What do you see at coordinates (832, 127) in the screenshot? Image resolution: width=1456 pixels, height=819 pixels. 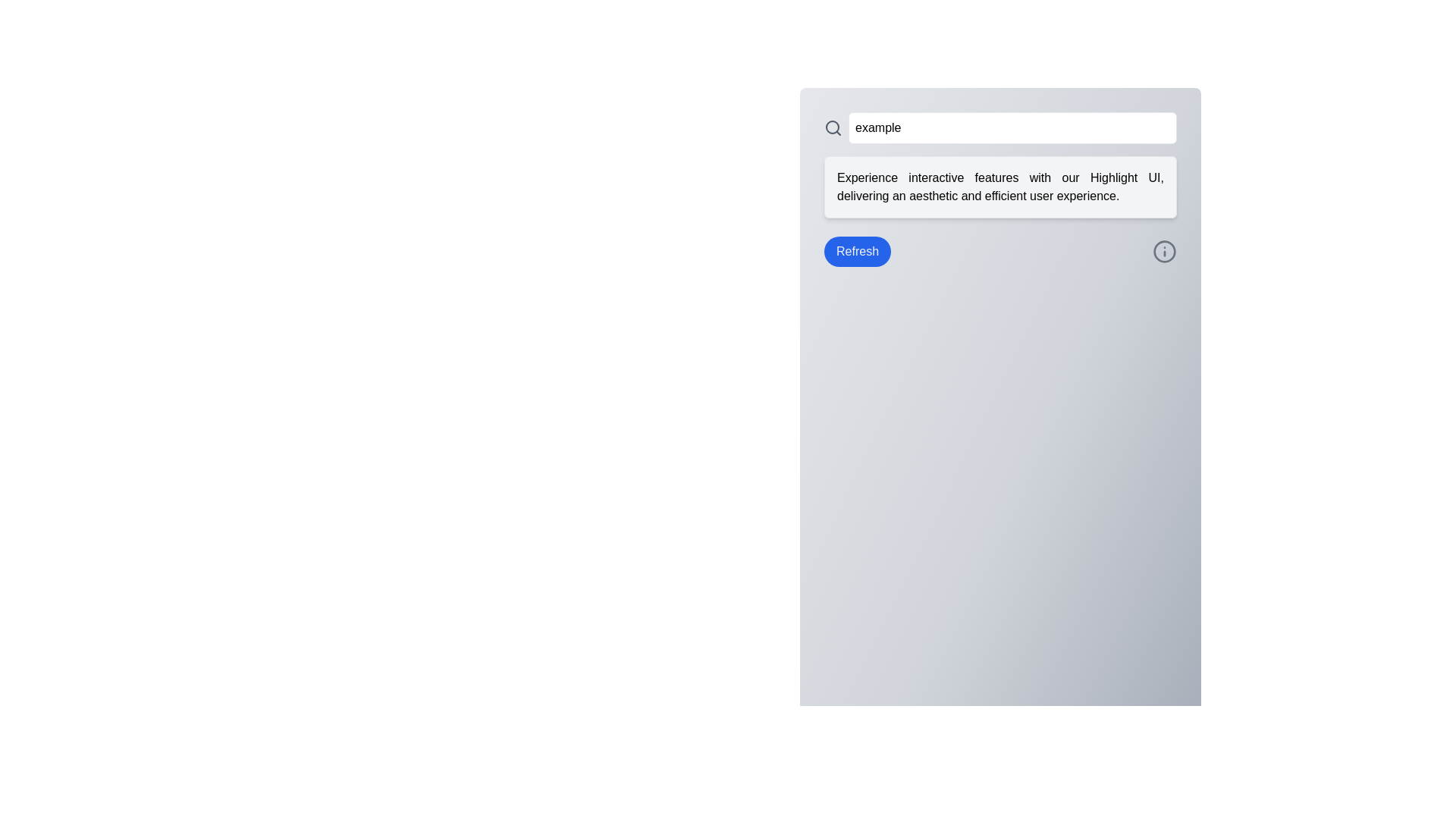 I see `the decorative circle component of the search icon located at the center of the magnifying glass icon, situated to the left of the search input field` at bounding box center [832, 127].